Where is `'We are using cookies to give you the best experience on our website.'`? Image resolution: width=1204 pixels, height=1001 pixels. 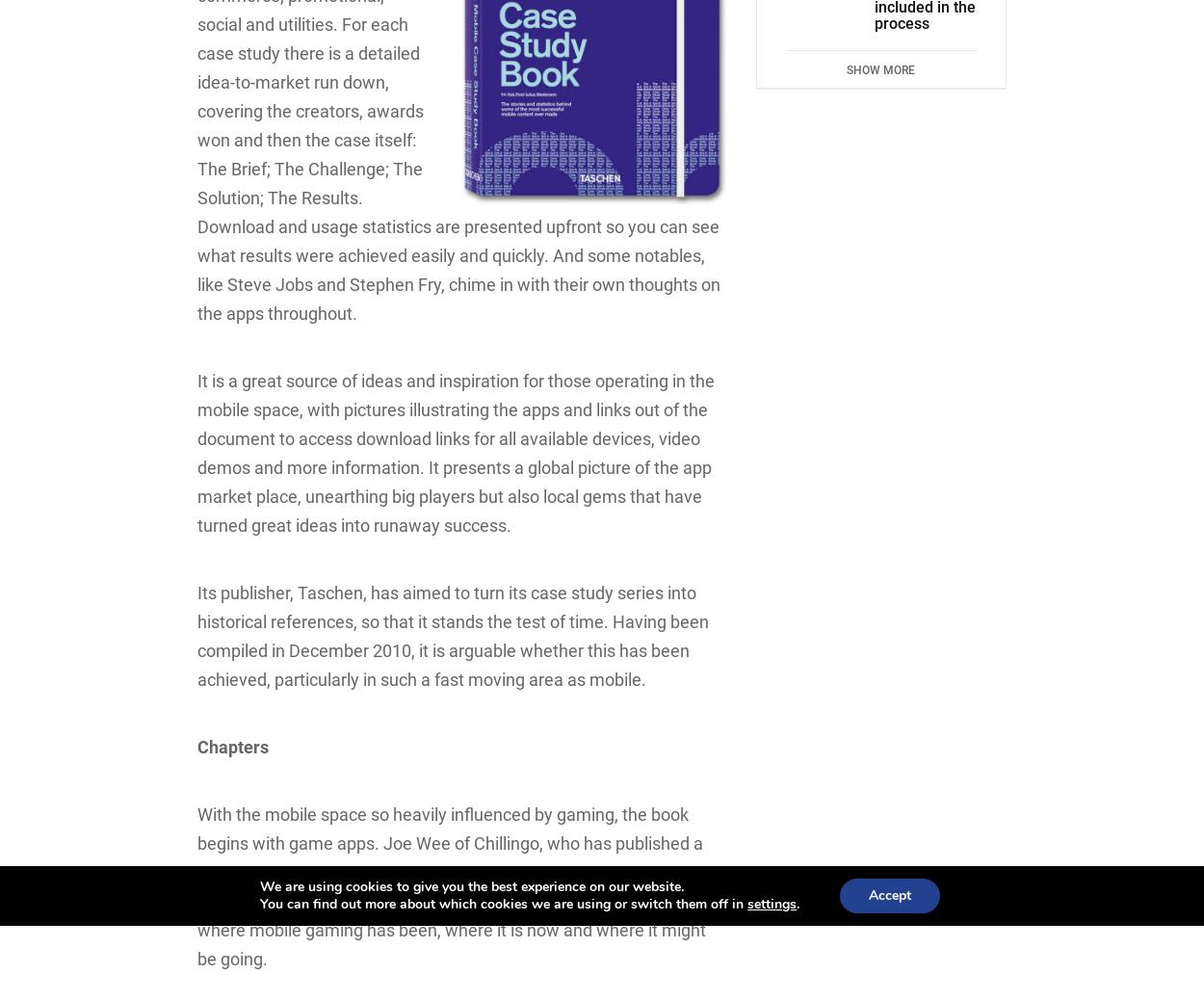
'We are using cookies to give you the best experience on our website.' is located at coordinates (471, 886).